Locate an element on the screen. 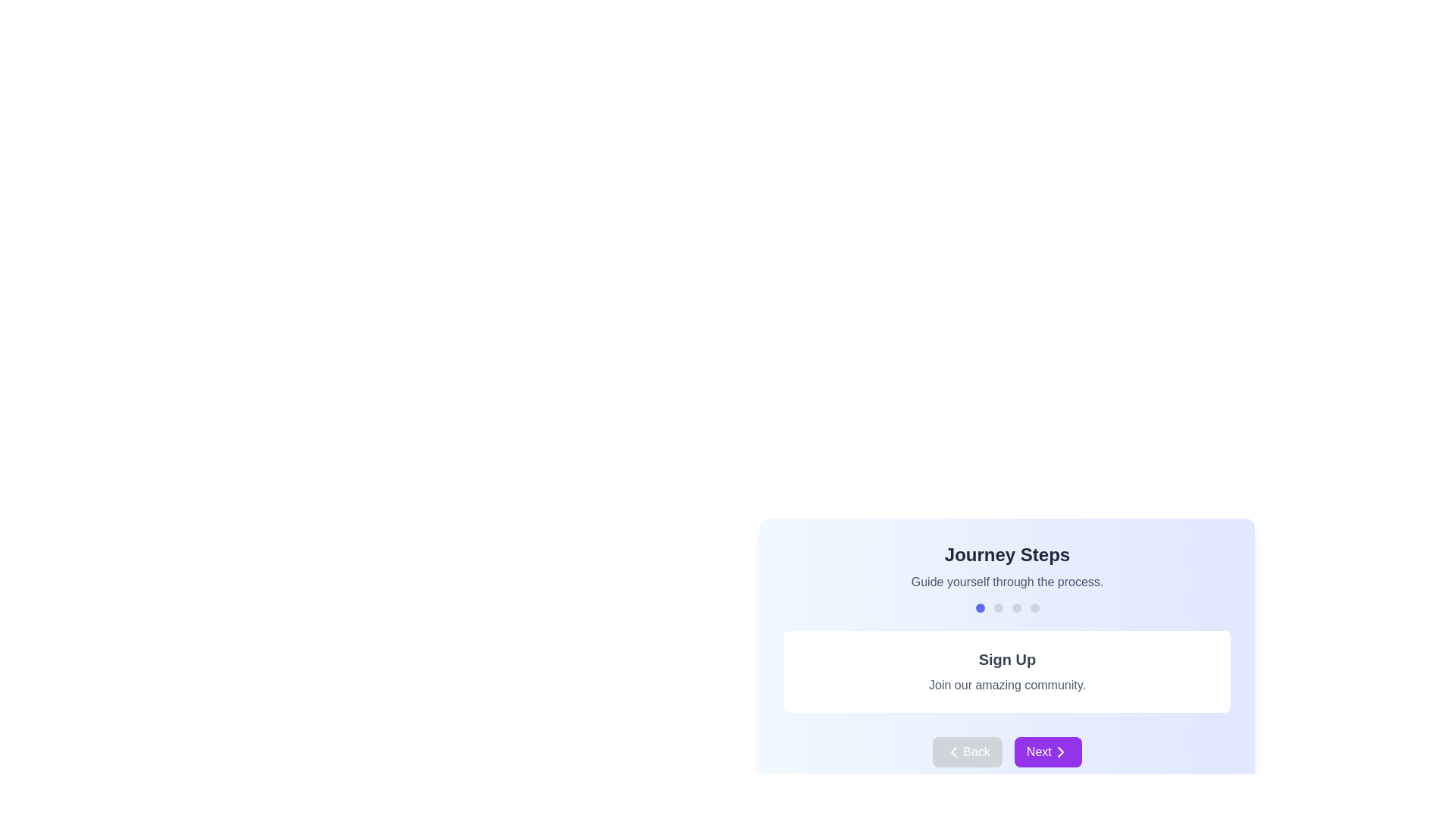 The width and height of the screenshot is (1456, 819). the fourth and last circular progress step indicator in the multi-step progress flow, which is currently inactive and positioned at the rightmost end of the progress indicators is located at coordinates (1034, 607).